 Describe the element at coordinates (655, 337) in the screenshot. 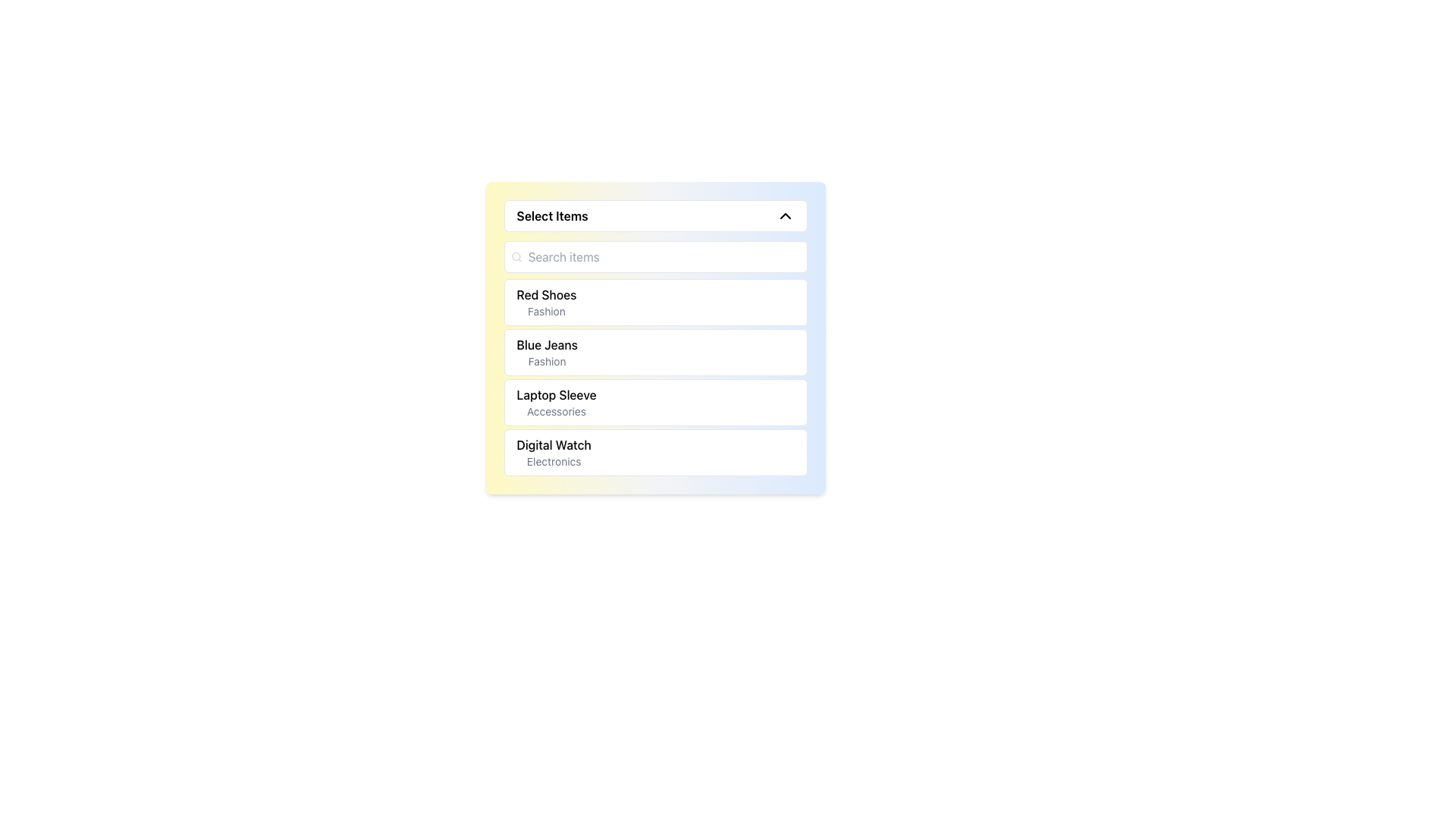

I see `the second selectable list item labeled 'Blue Jeans' with a subtitle 'Fashion' in the dropdown menu` at that location.